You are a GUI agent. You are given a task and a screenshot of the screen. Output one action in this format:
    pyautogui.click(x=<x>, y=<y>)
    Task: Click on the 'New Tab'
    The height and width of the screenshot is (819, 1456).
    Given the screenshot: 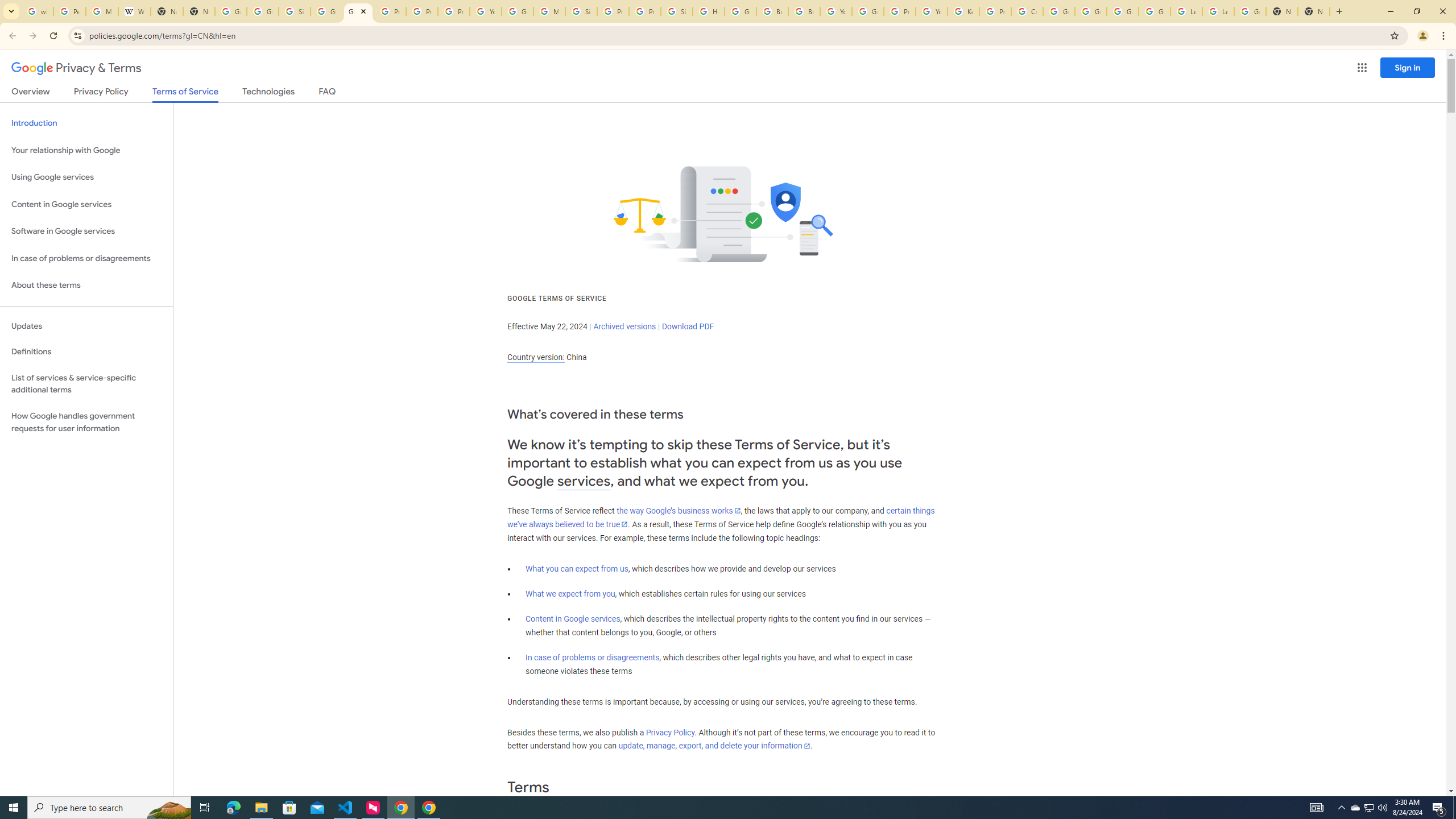 What is the action you would take?
    pyautogui.click(x=1282, y=11)
    